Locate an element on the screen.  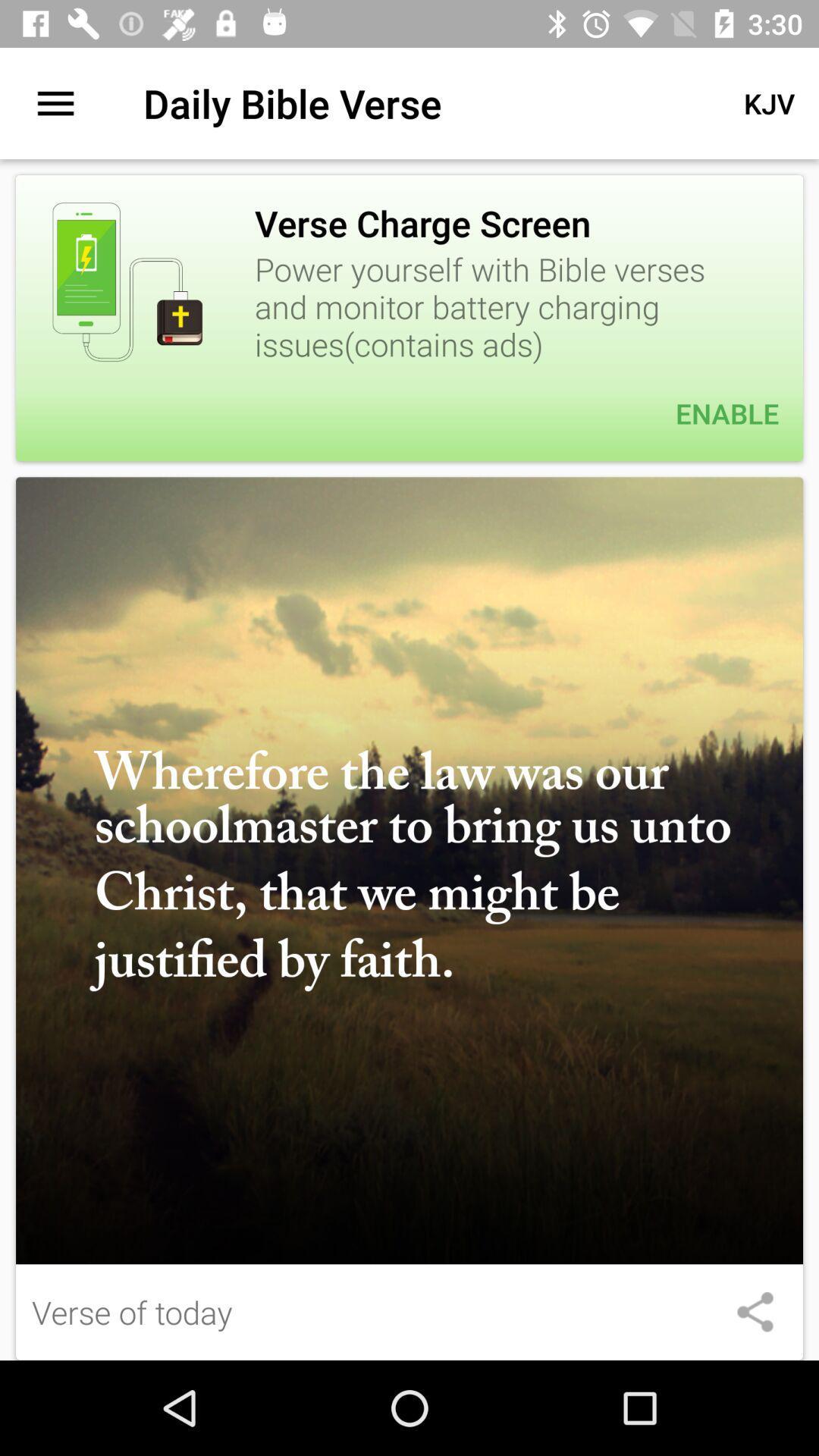
the enable icon is located at coordinates (409, 413).